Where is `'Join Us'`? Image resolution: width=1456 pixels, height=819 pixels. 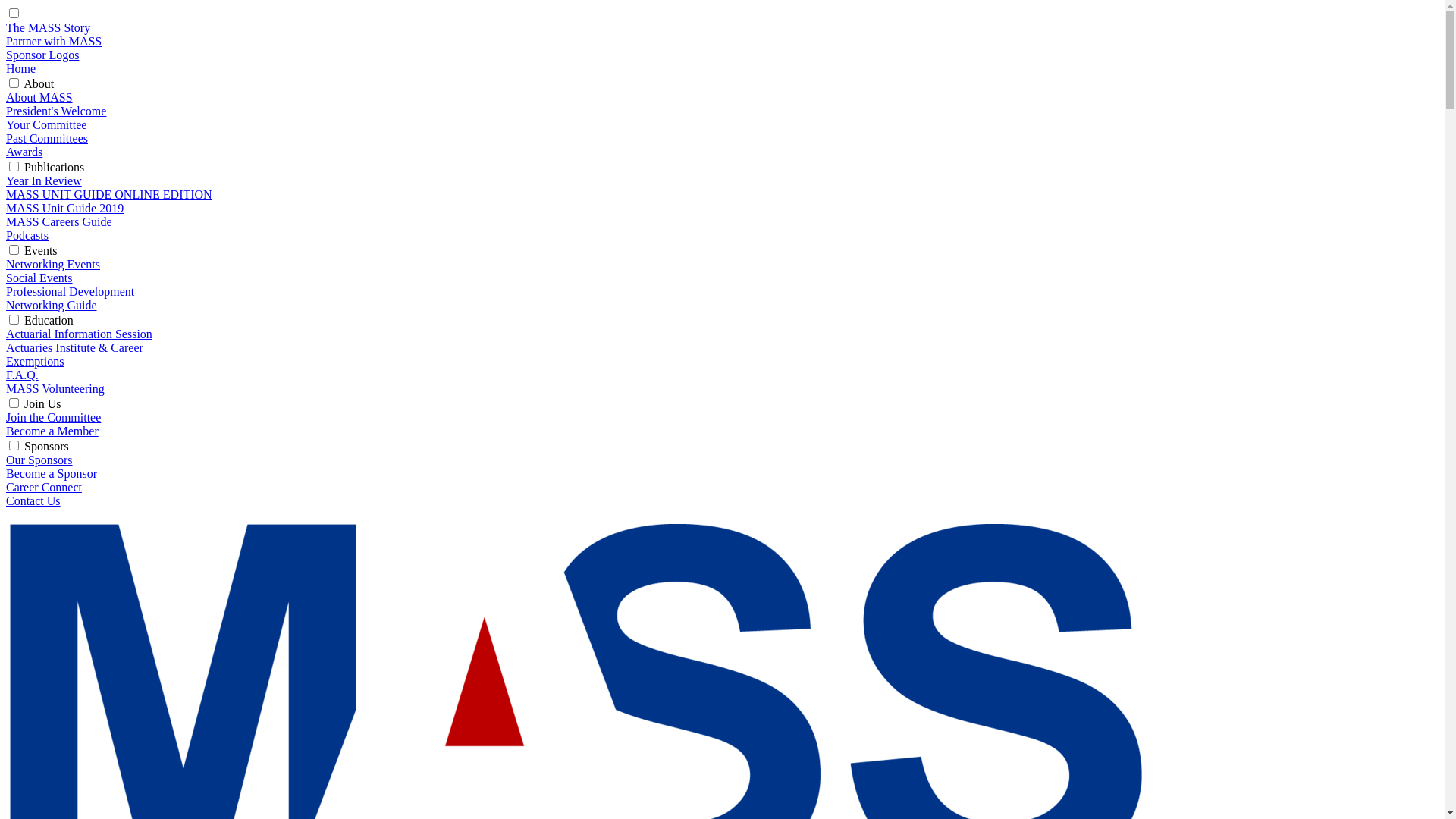
'Join Us' is located at coordinates (42, 403).